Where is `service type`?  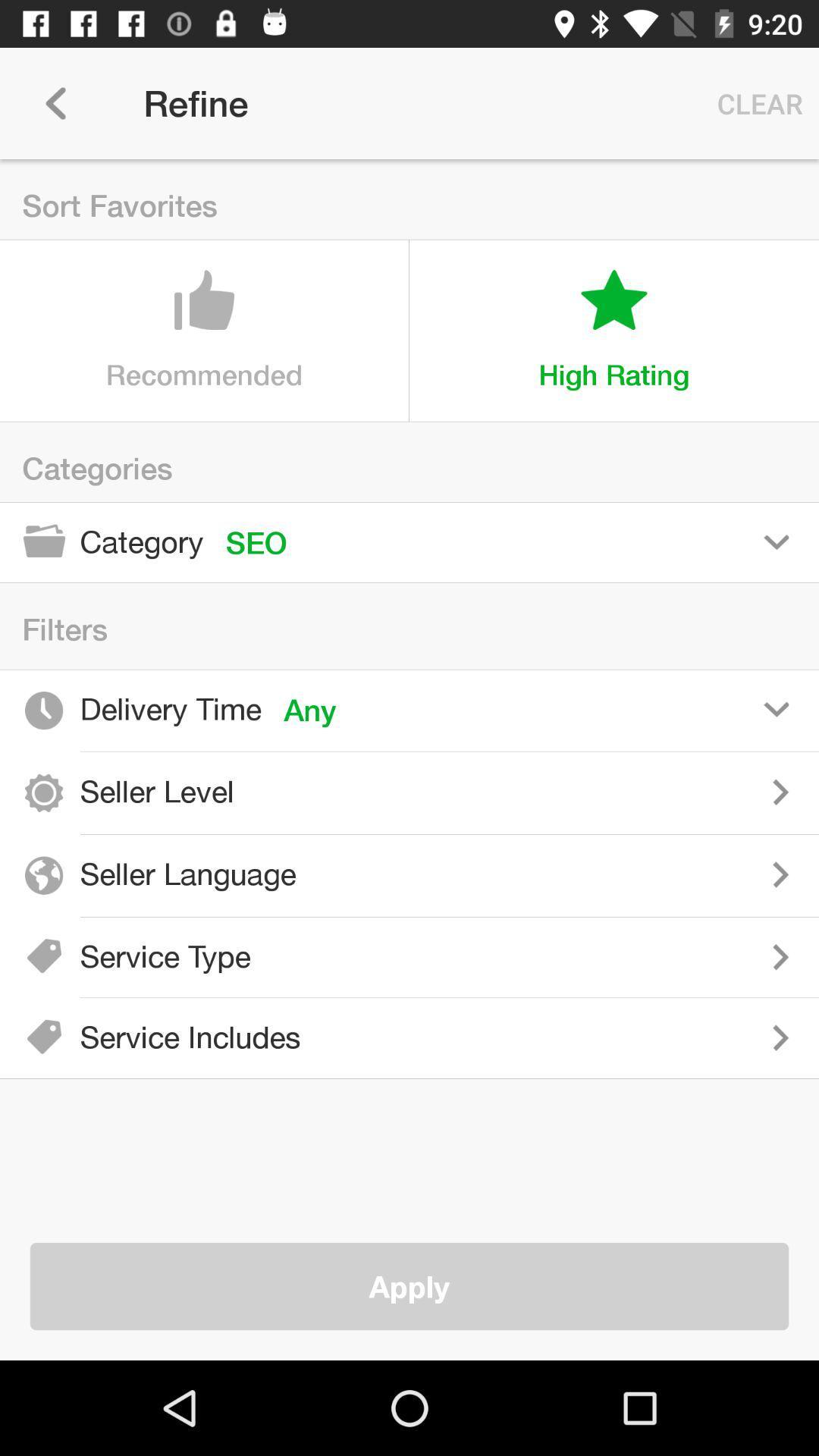 service type is located at coordinates (546, 956).